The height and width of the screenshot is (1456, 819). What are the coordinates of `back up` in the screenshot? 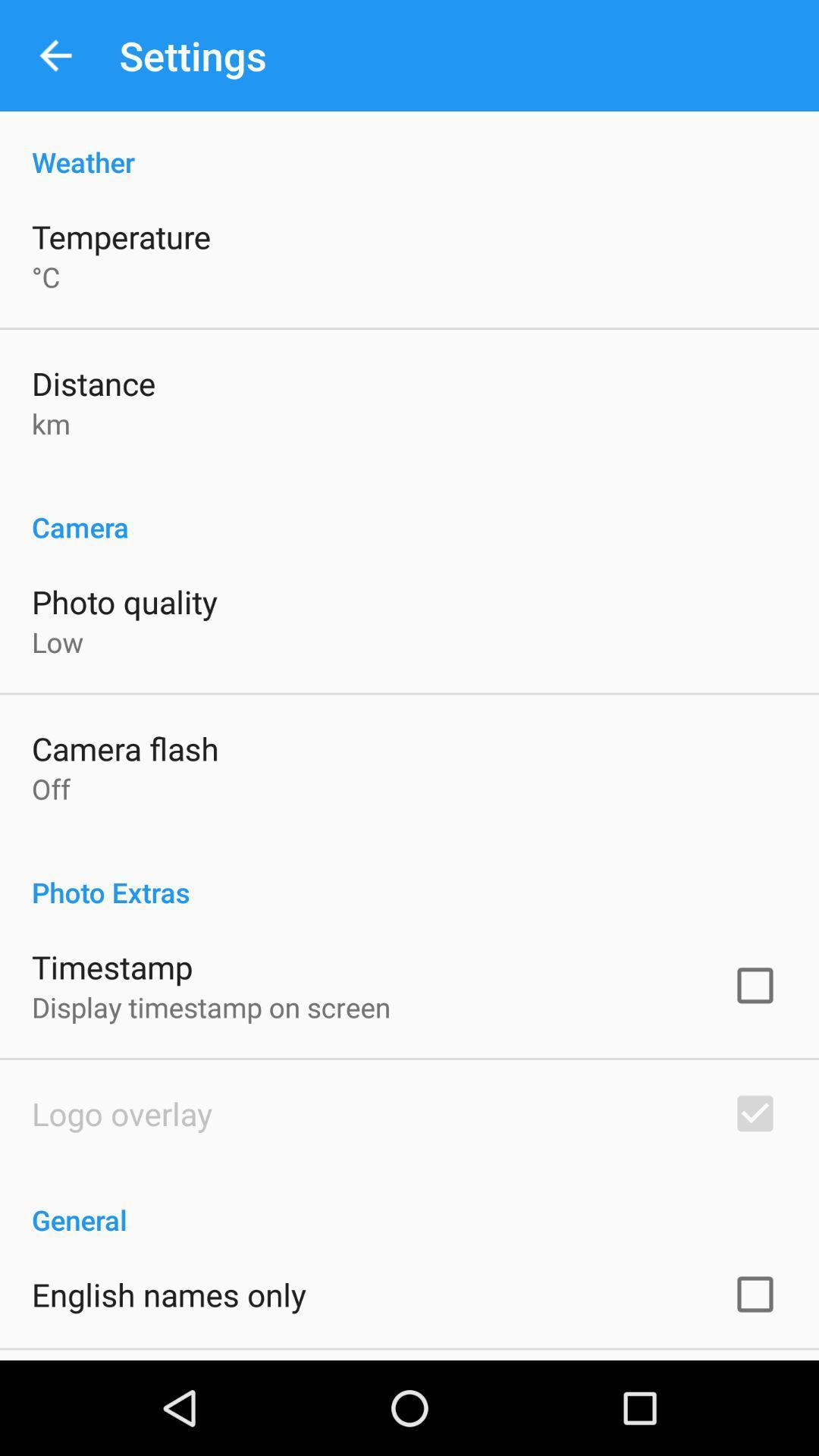 It's located at (55, 55).